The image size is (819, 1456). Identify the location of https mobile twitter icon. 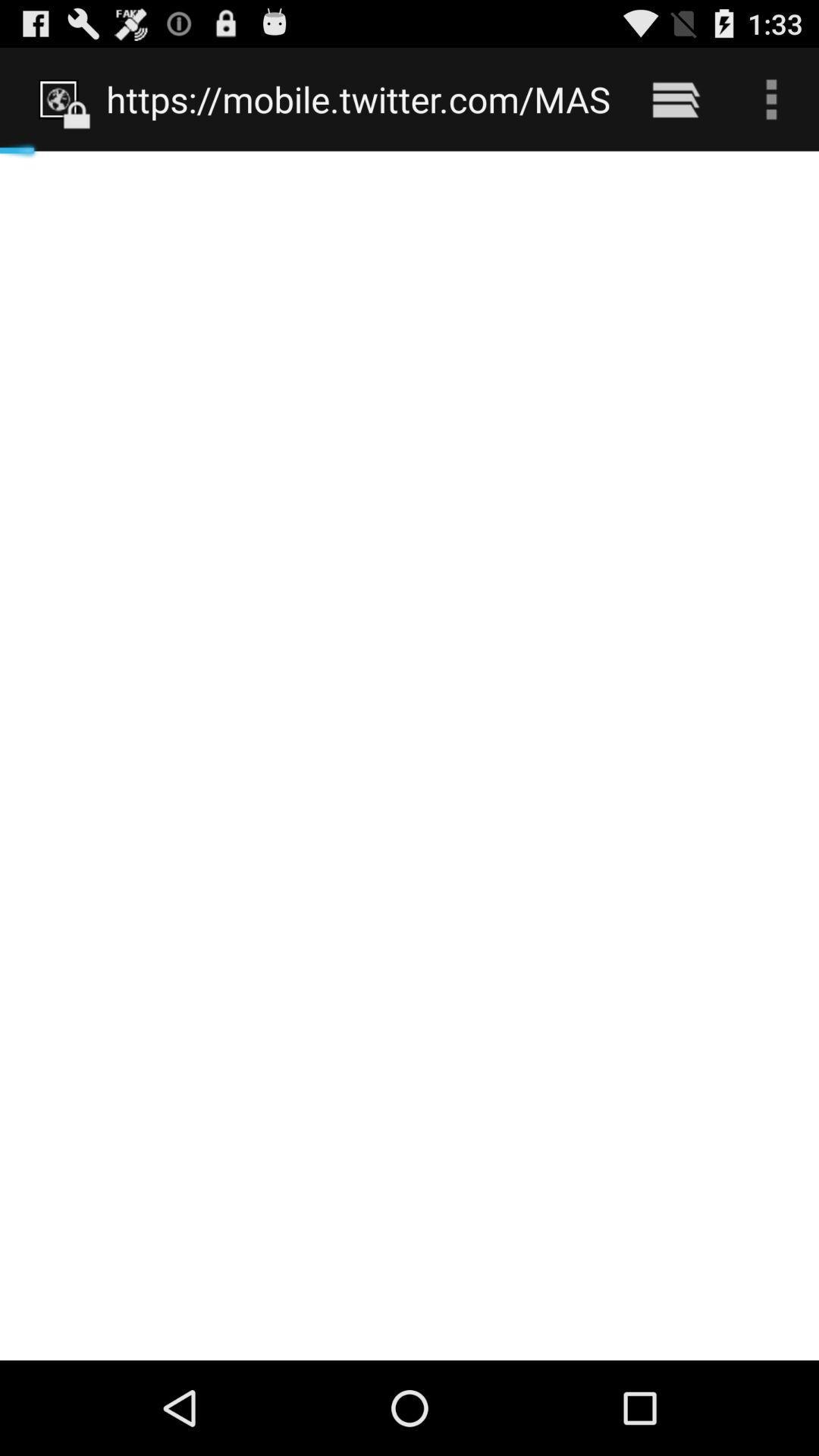
(358, 99).